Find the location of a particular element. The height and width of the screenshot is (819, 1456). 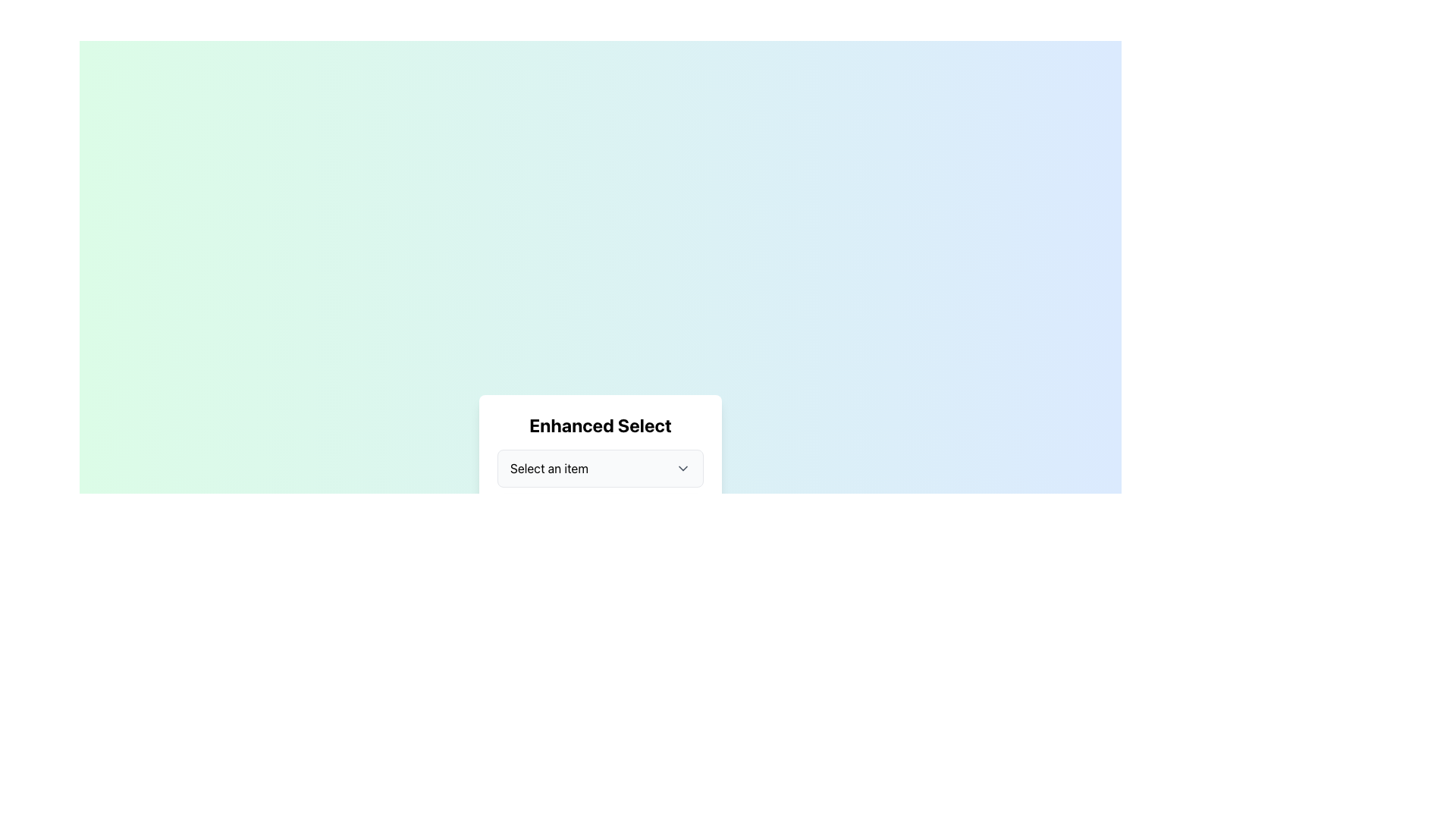

the dropdown indicator icon located on the right side of the 'Select an item' text is located at coordinates (682, 467).